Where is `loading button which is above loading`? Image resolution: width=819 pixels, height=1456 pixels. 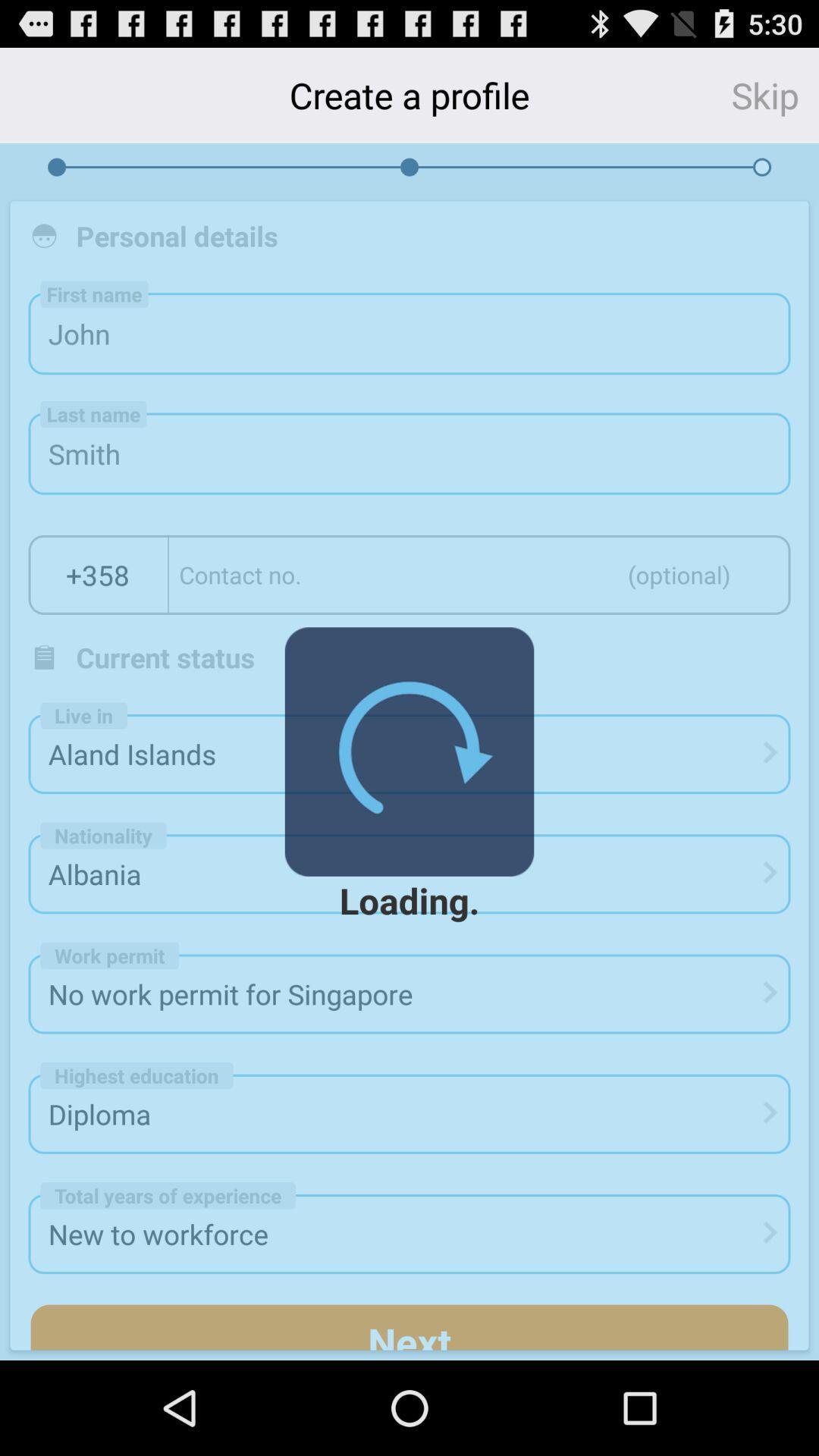 loading button which is above loading is located at coordinates (409, 752).